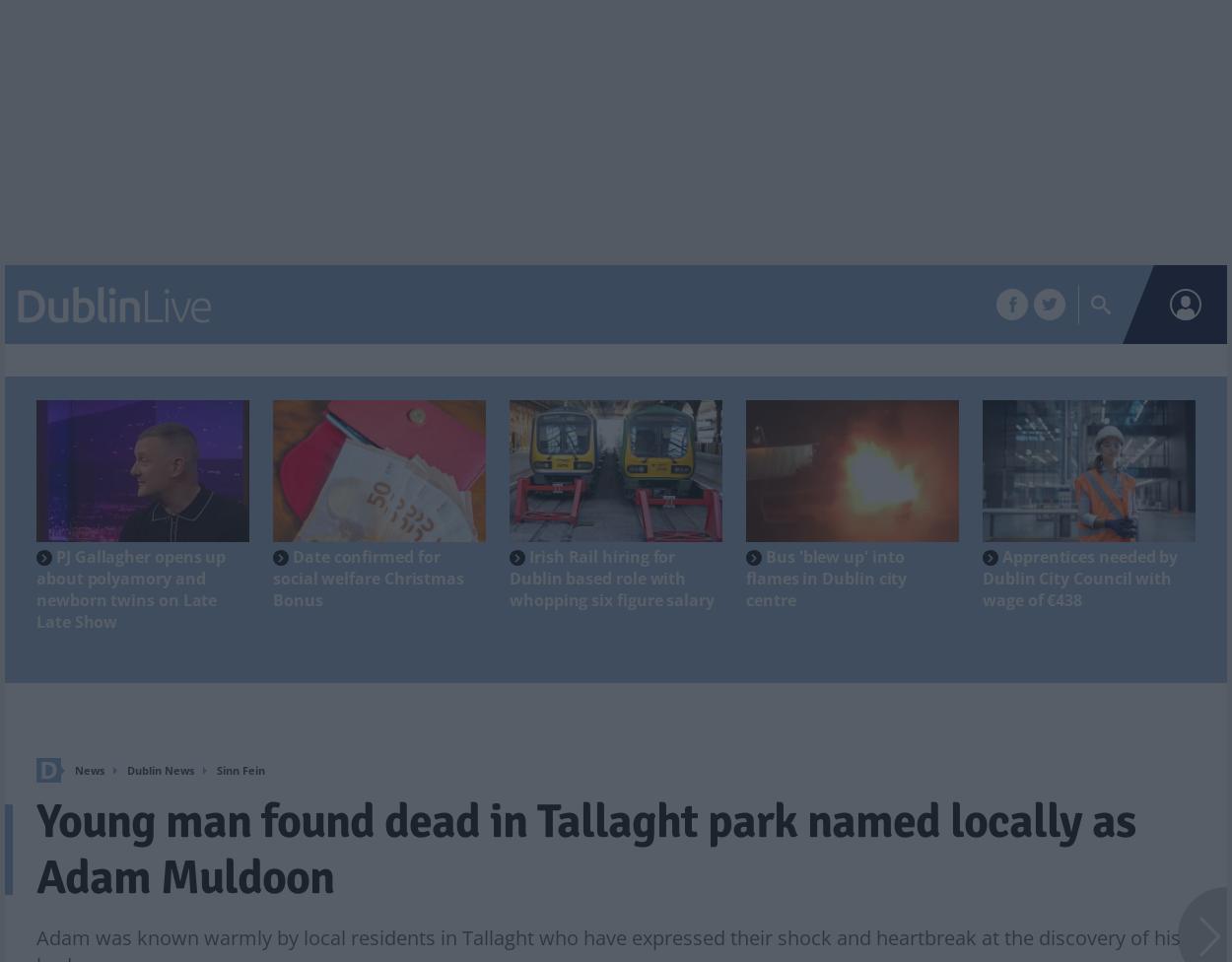  I want to click on 'Sinn Fein', so click(216, 770).